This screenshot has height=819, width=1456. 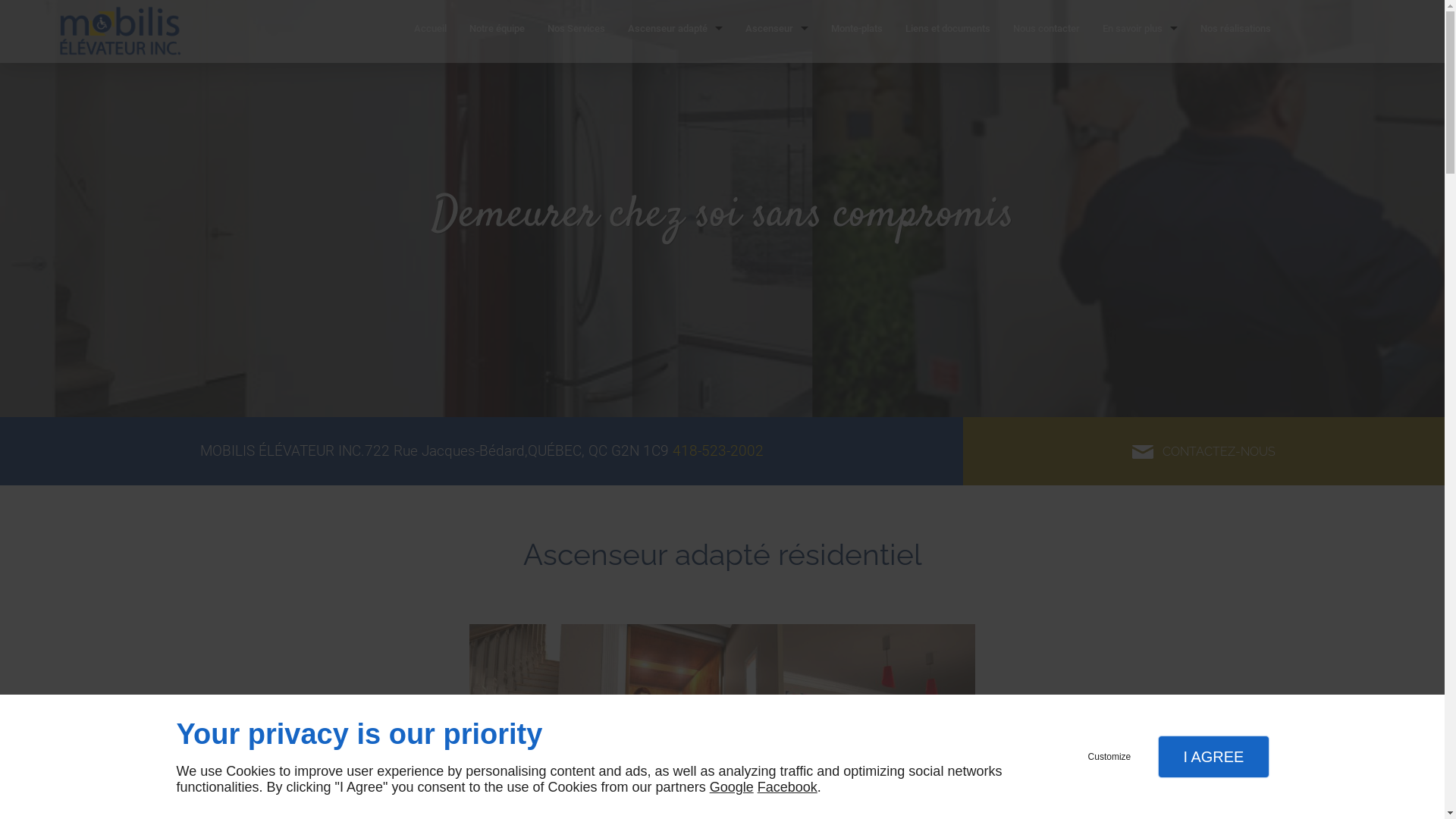 What do you see at coordinates (731, 786) in the screenshot?
I see `'Google'` at bounding box center [731, 786].